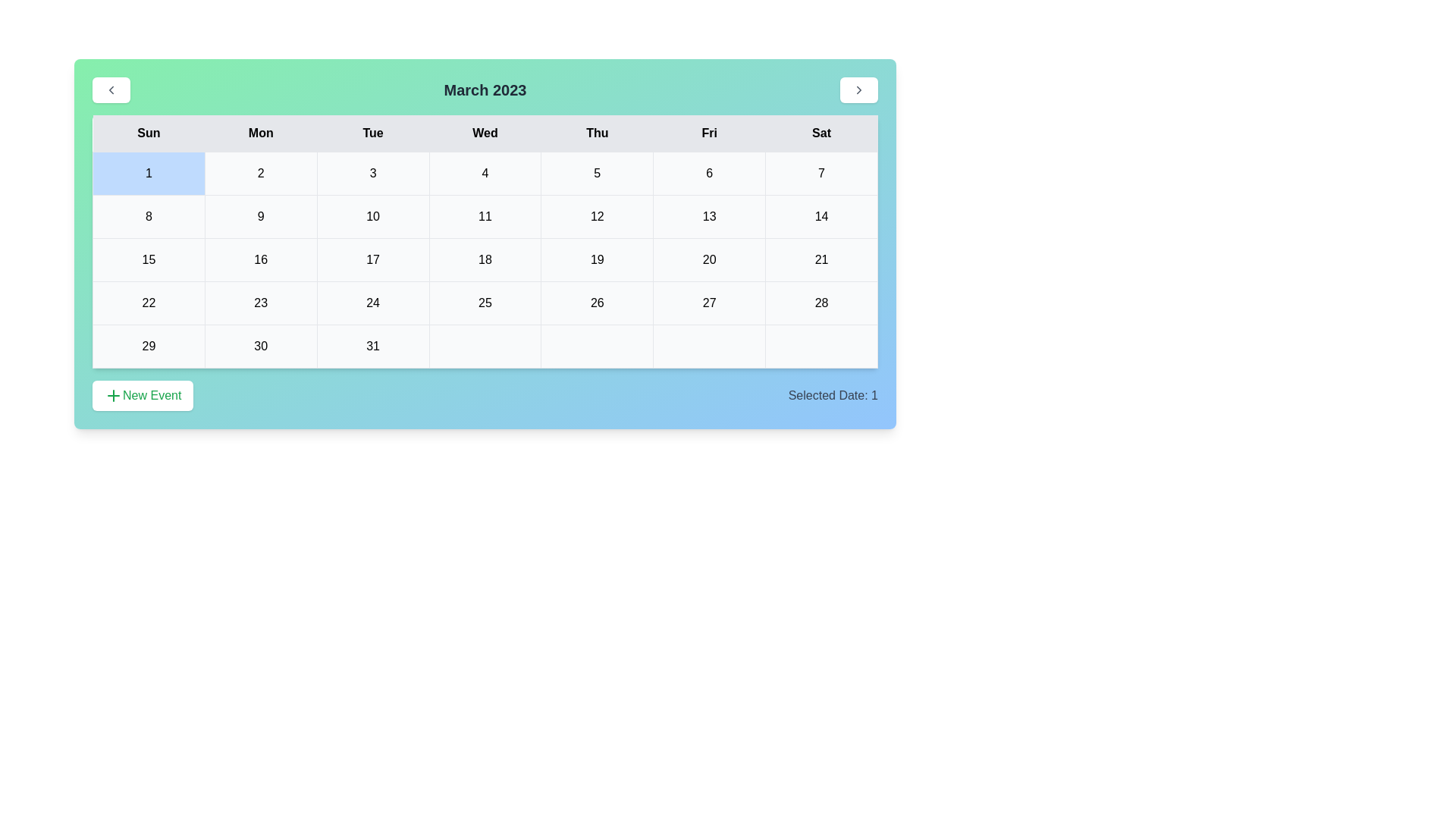 The image size is (1456, 819). What do you see at coordinates (261, 259) in the screenshot?
I see `the cell representing the date 16 in the calendar` at bounding box center [261, 259].